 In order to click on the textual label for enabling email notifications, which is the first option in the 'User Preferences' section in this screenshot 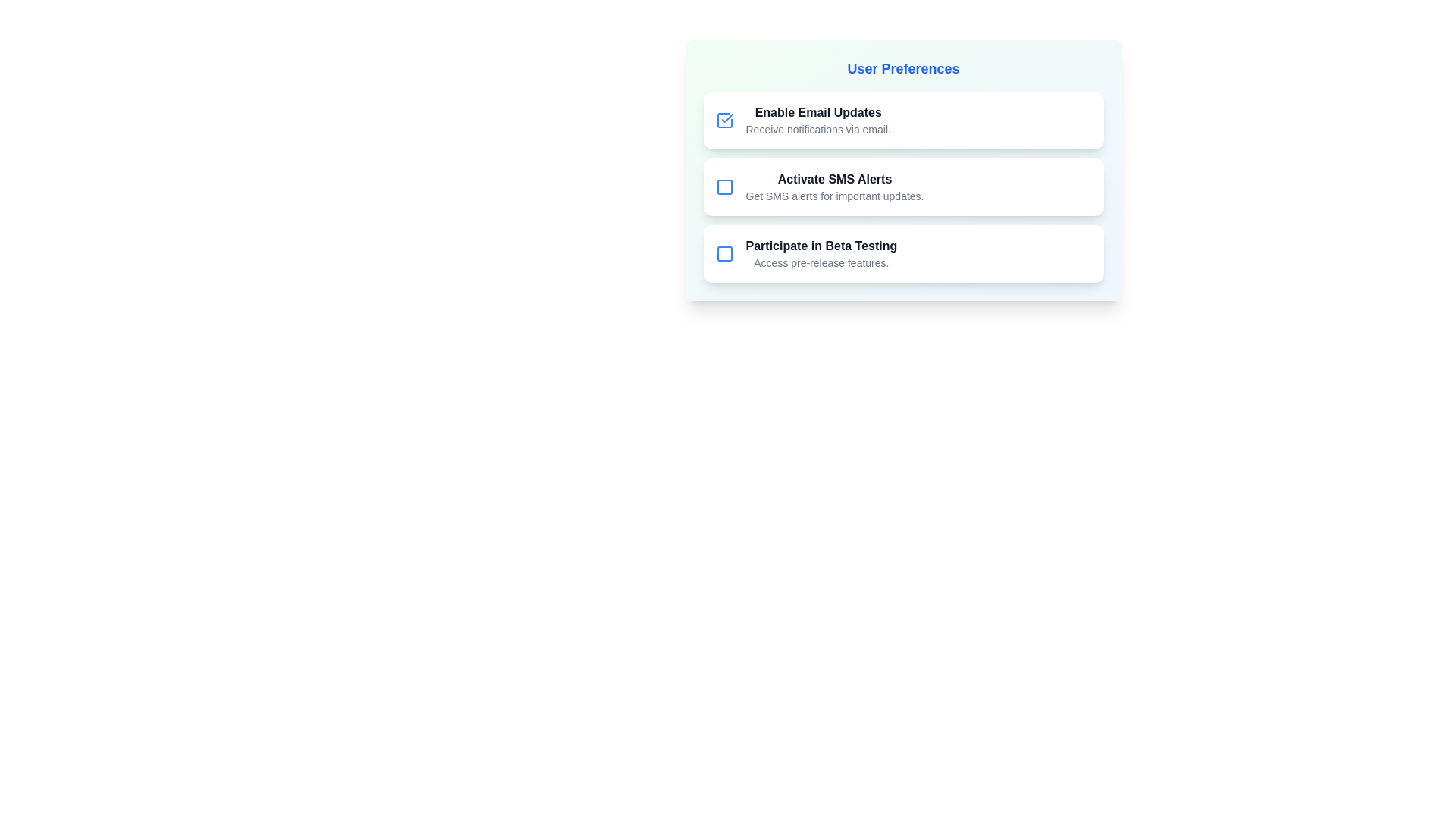, I will do `click(817, 119)`.